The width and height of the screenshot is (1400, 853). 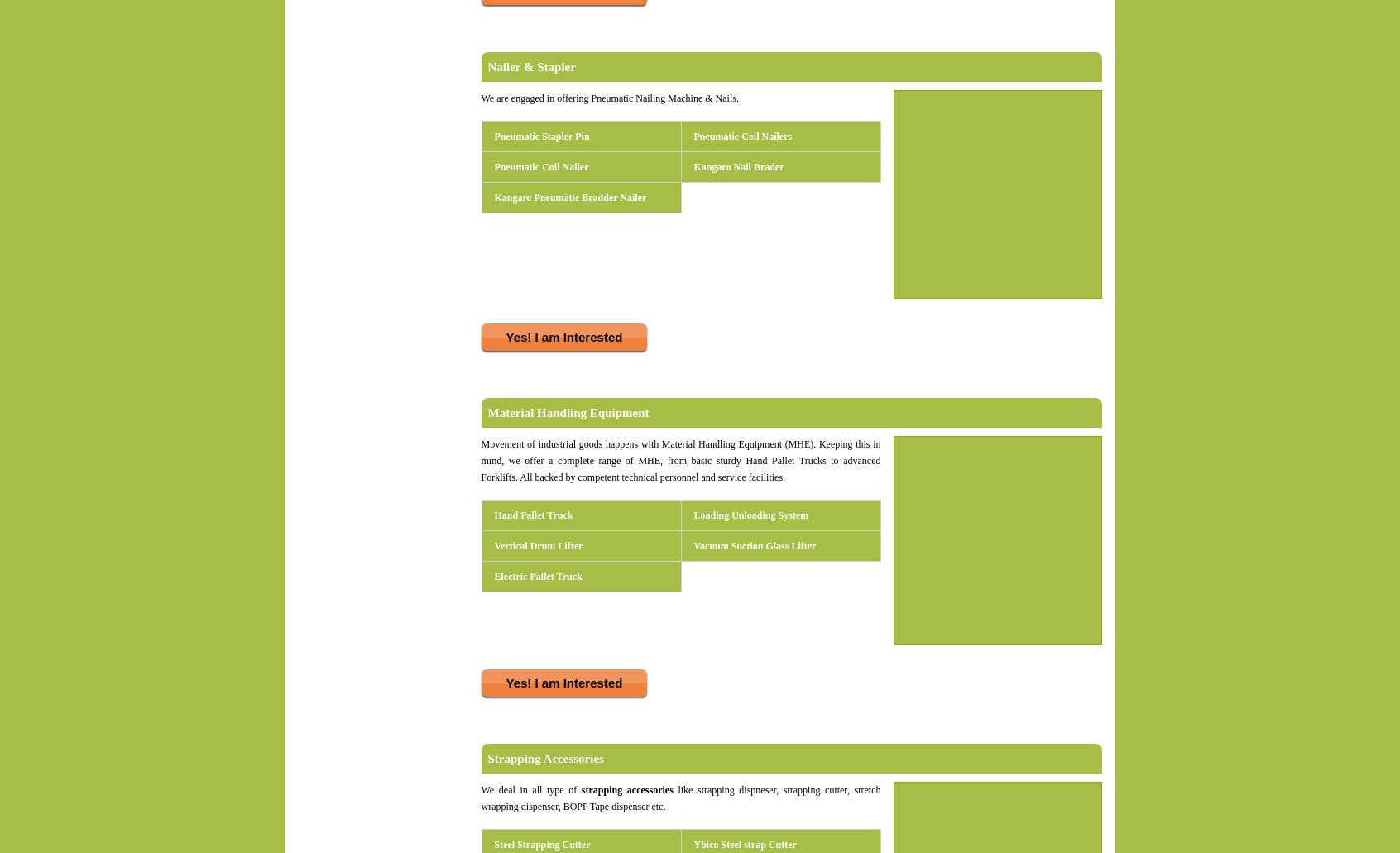 I want to click on 'Electric Pallet Truck', so click(x=538, y=576).